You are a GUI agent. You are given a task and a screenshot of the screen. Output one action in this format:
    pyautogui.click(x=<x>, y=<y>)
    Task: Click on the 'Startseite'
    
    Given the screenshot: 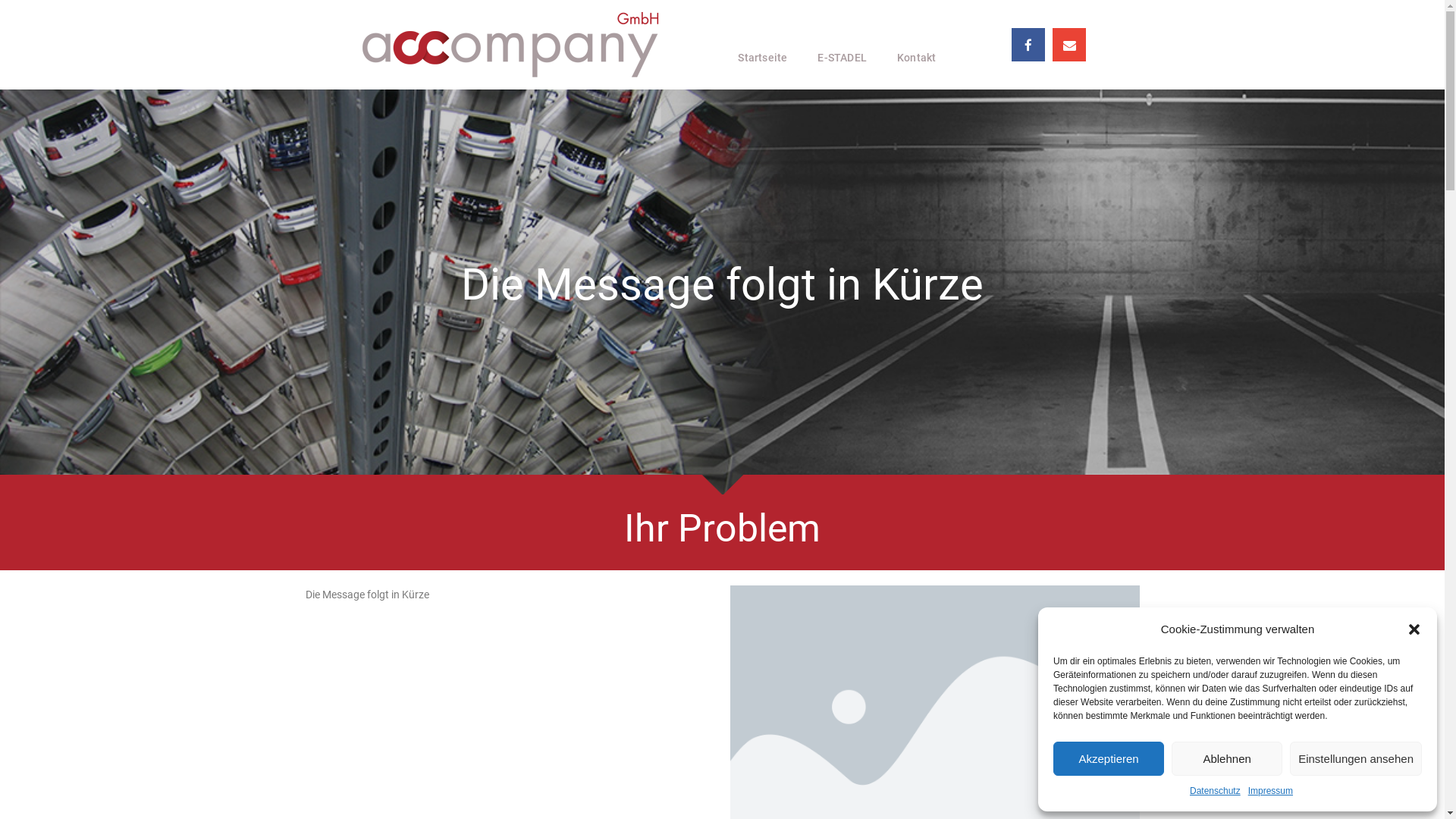 What is the action you would take?
    pyautogui.click(x=722, y=57)
    